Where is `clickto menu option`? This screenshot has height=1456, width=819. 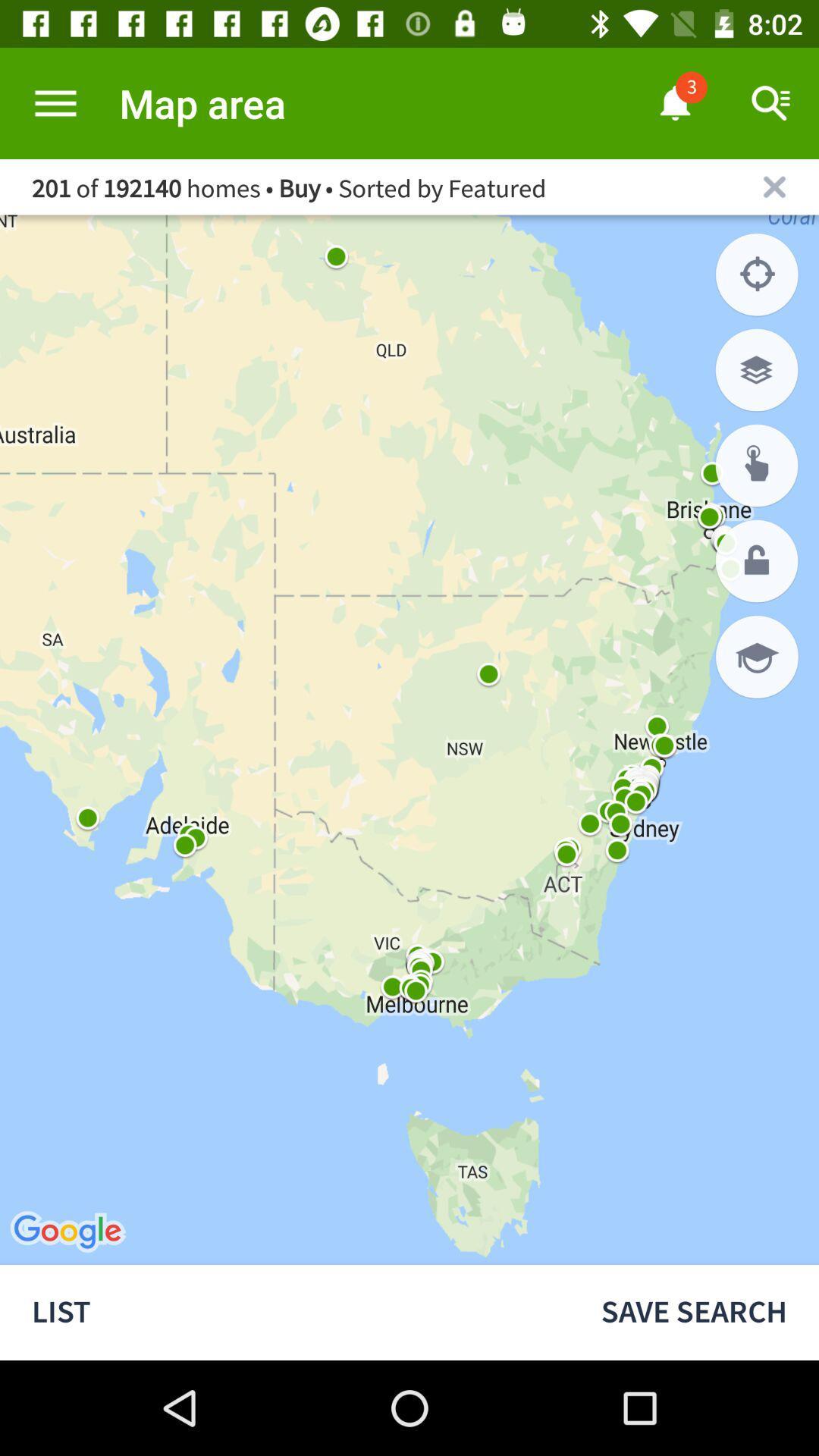
clickto menu option is located at coordinates (55, 102).